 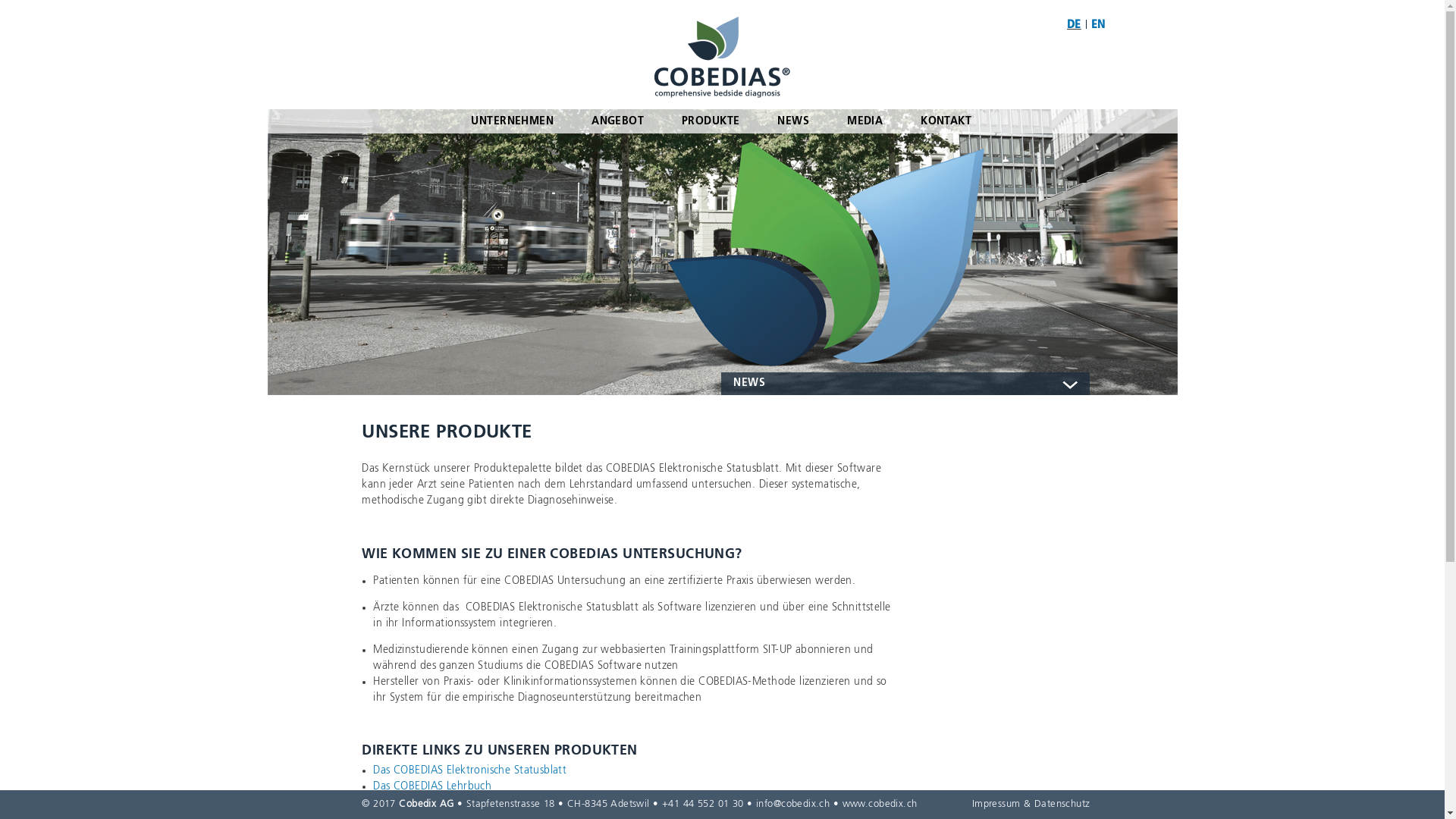 I want to click on 'SIT-UP', so click(x=388, y=801).